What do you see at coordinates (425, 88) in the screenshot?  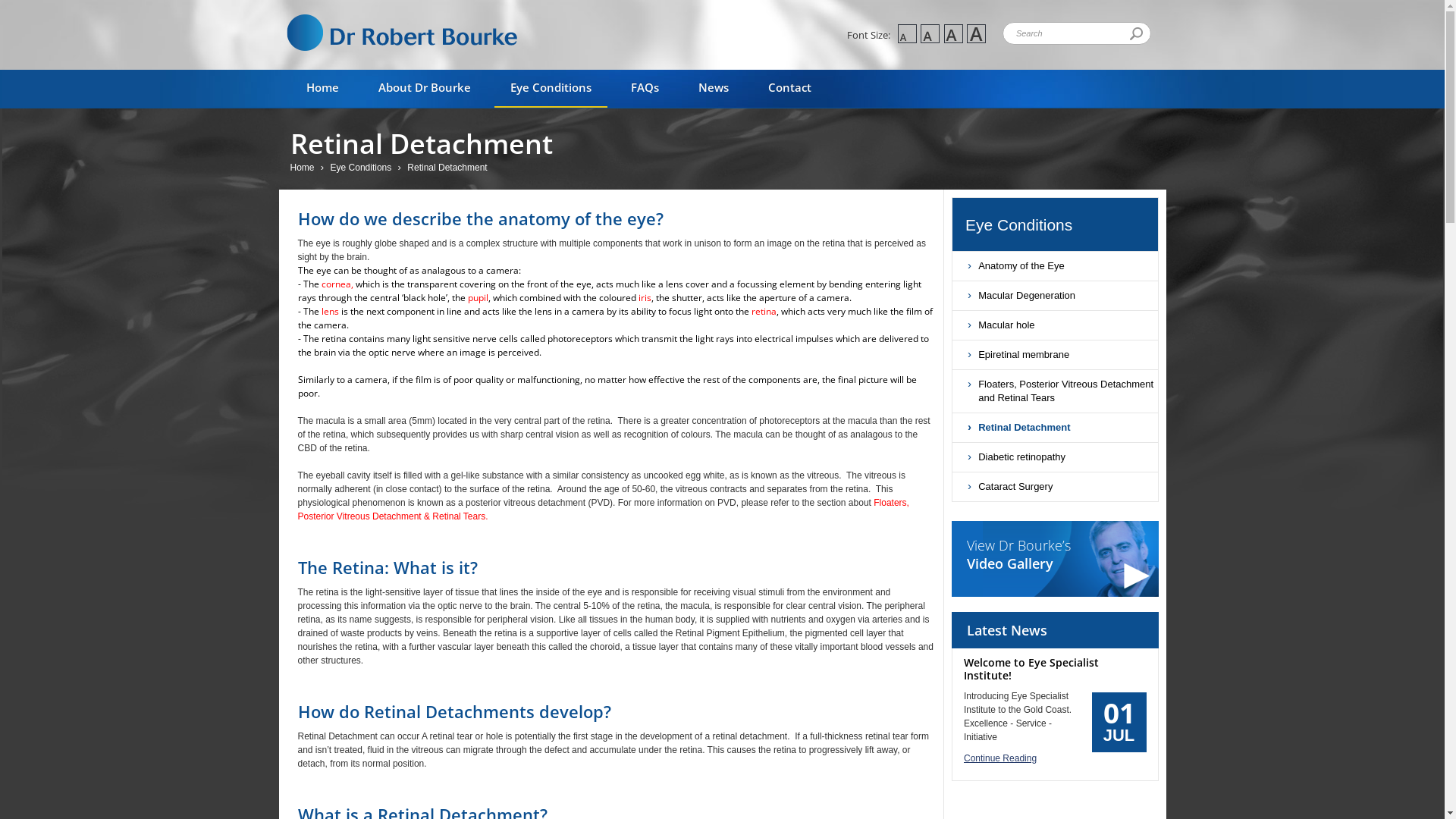 I see `'About Dr Bourke'` at bounding box center [425, 88].